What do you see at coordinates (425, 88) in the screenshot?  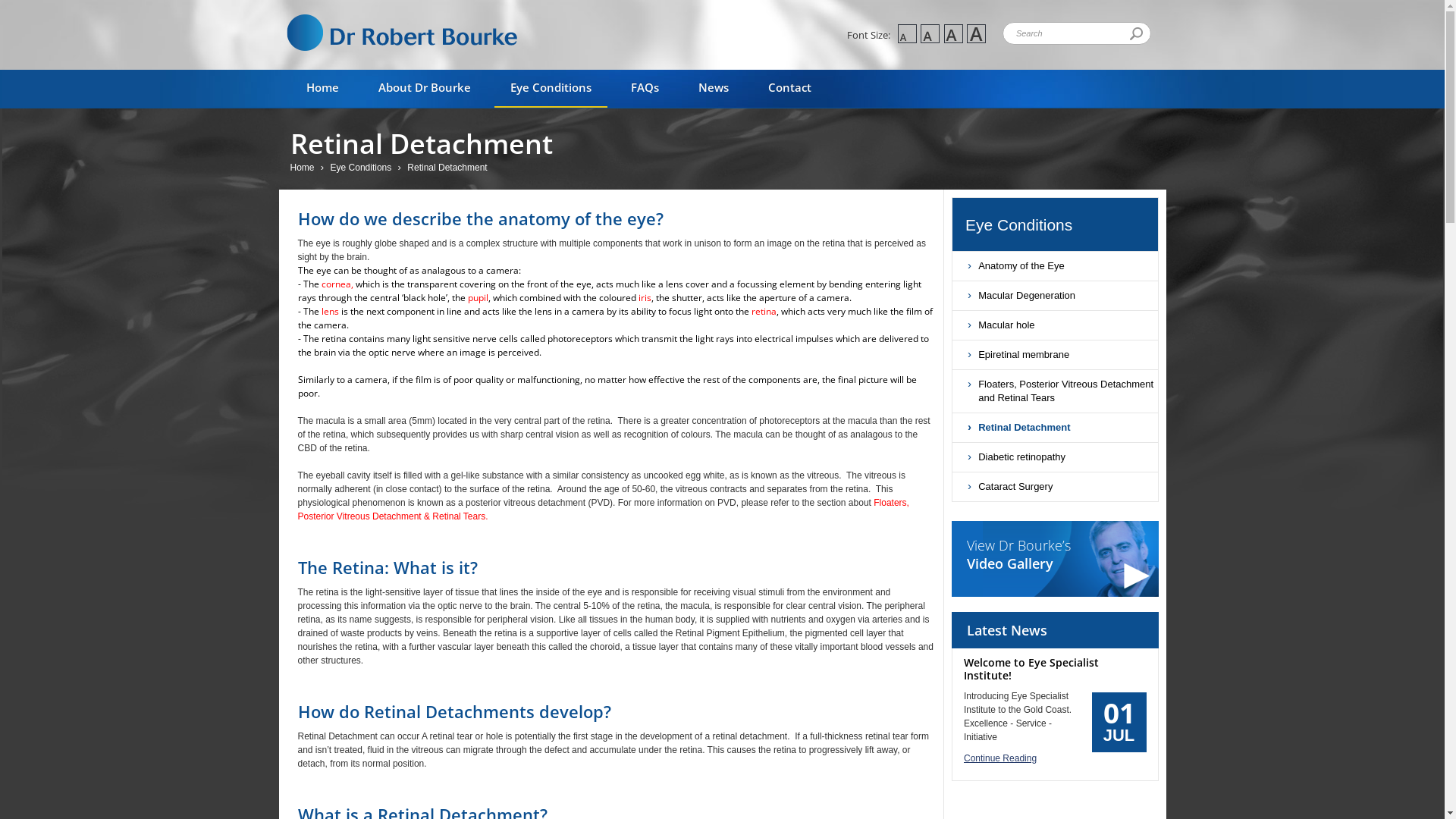 I see `'About Dr Bourke'` at bounding box center [425, 88].